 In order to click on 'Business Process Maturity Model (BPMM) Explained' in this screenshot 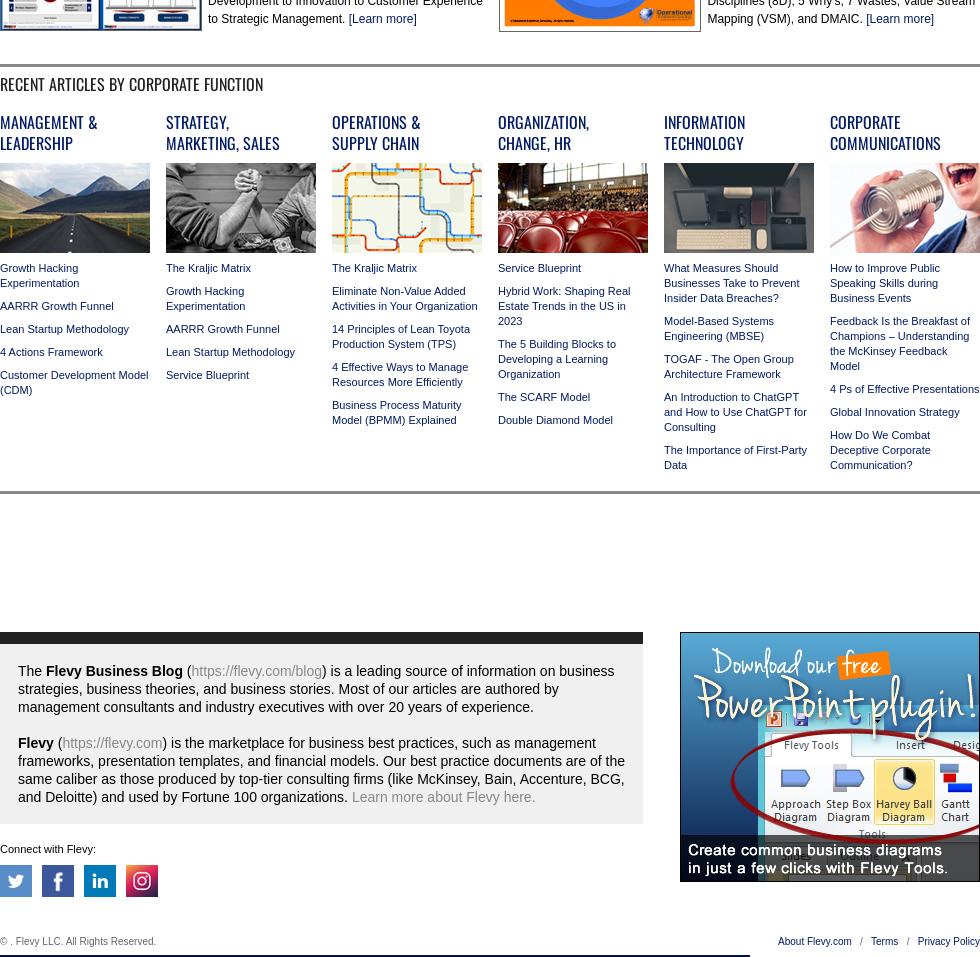, I will do `click(332, 411)`.